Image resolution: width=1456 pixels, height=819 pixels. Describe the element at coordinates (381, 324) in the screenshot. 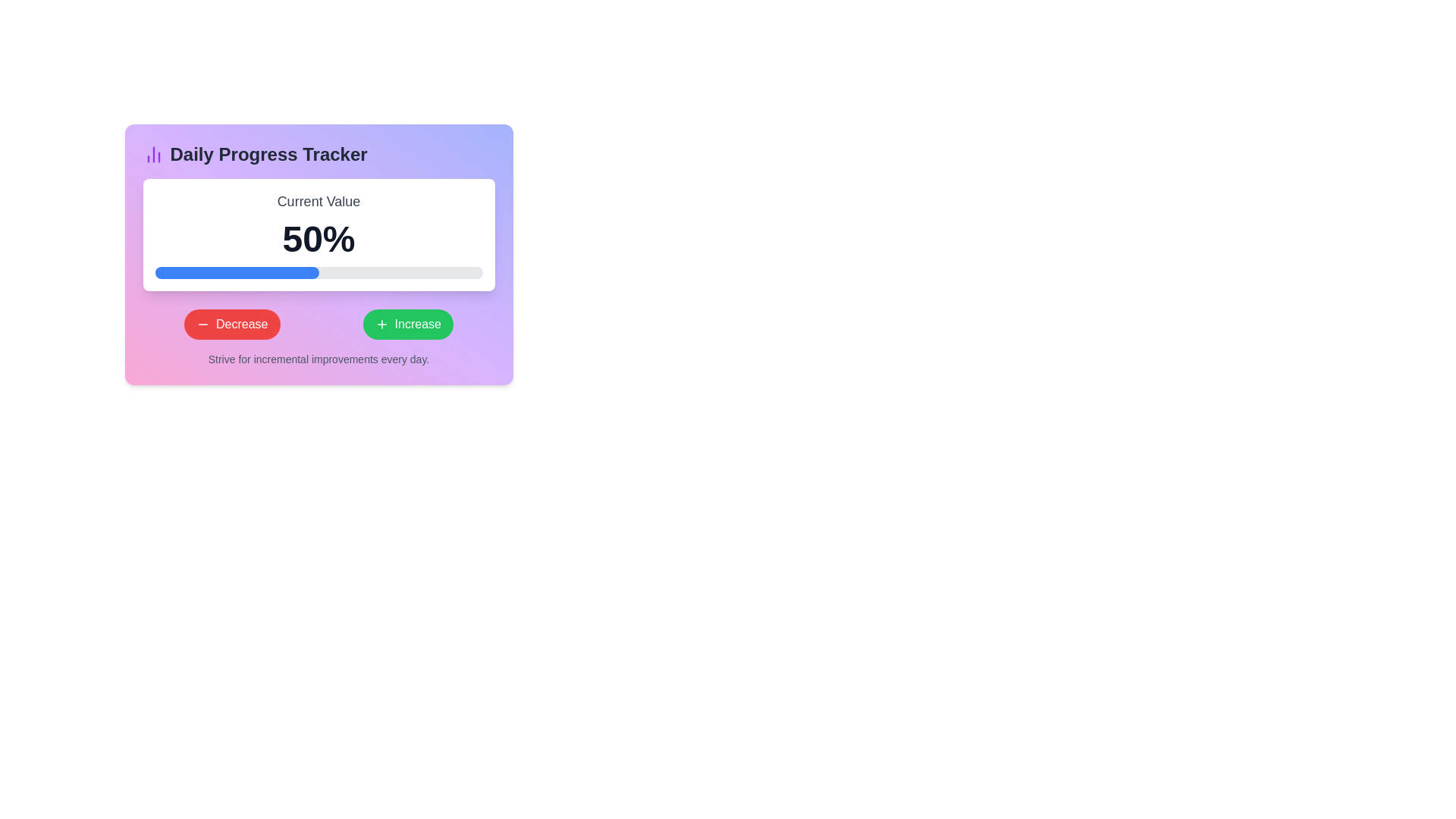

I see `the green button labeled 'Increase' which contains a small plus sign icon` at that location.